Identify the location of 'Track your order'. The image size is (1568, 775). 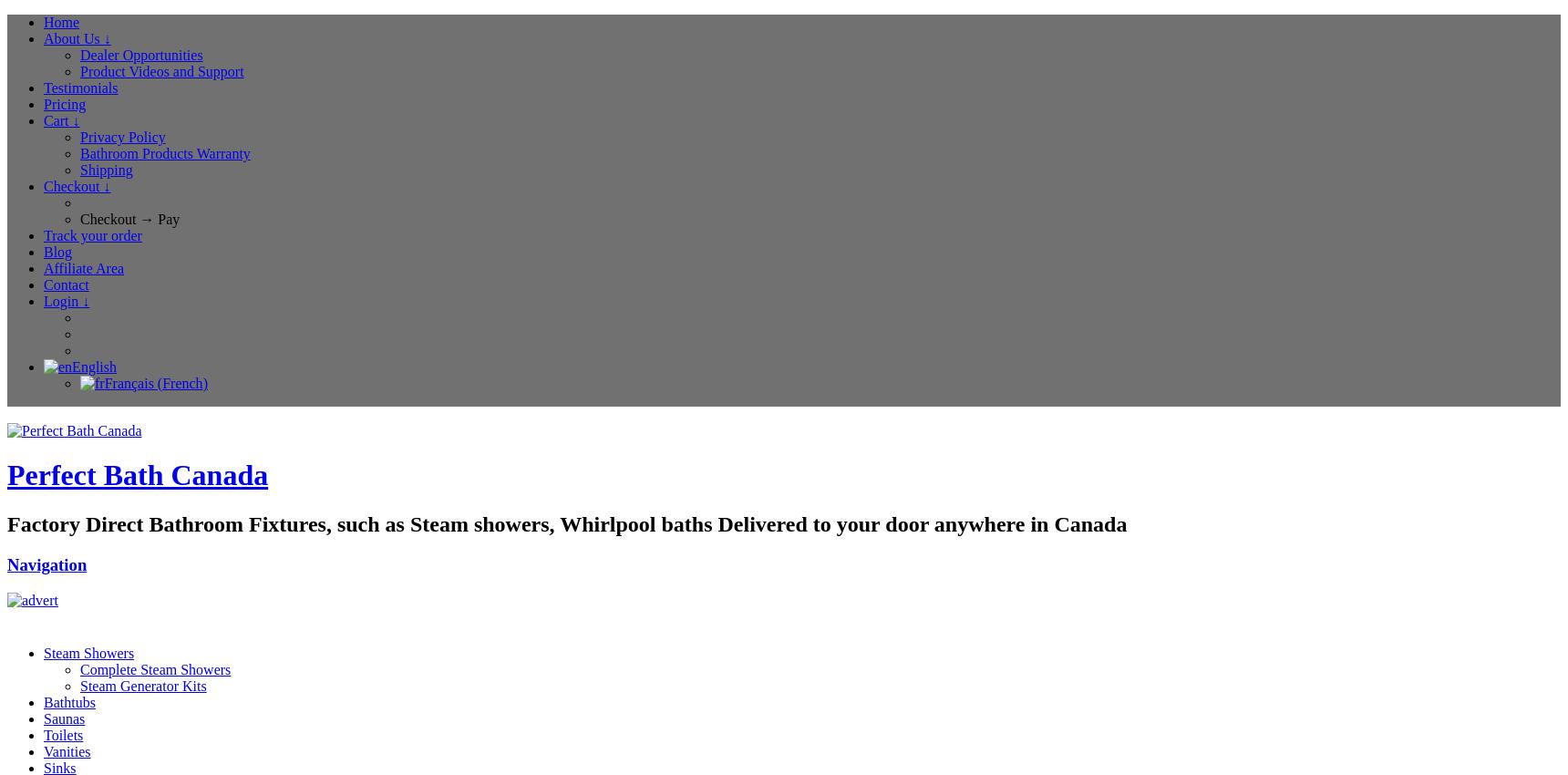
(92, 234).